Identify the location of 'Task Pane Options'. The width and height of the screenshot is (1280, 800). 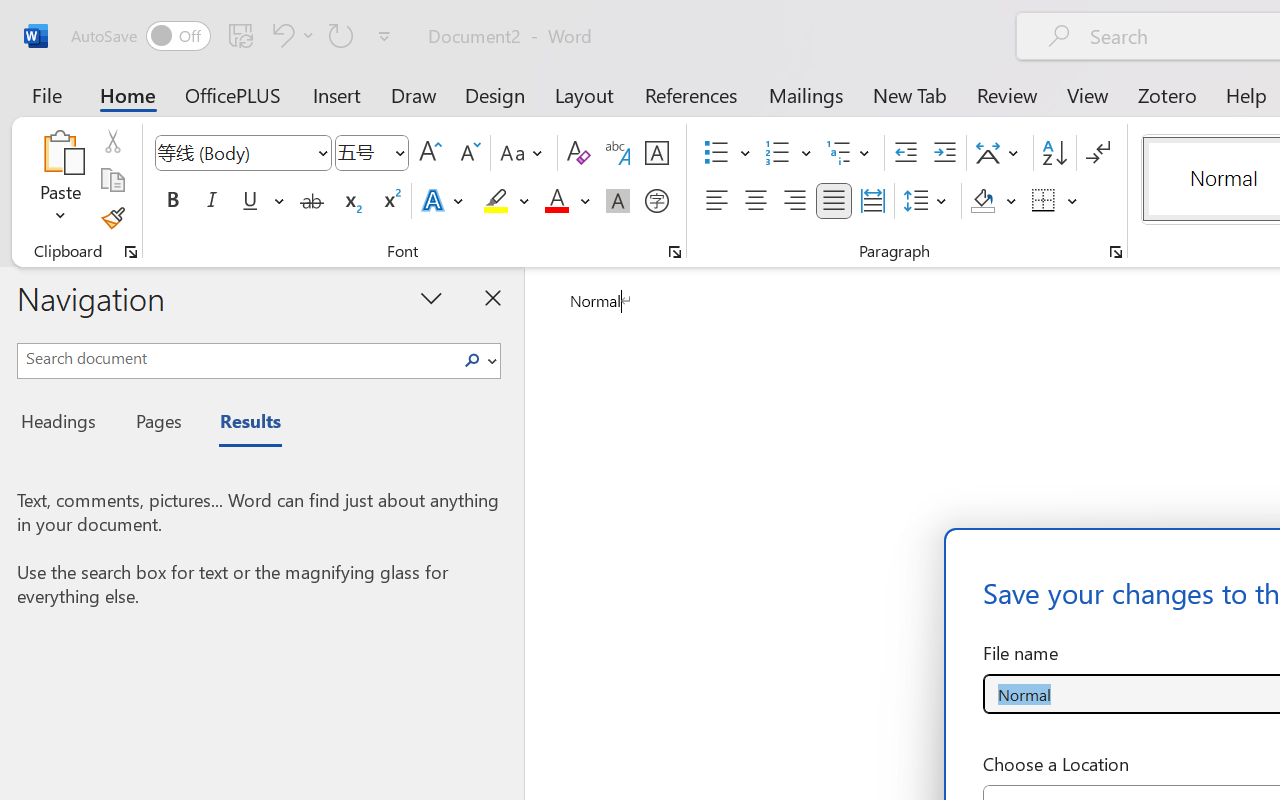
(431, 297).